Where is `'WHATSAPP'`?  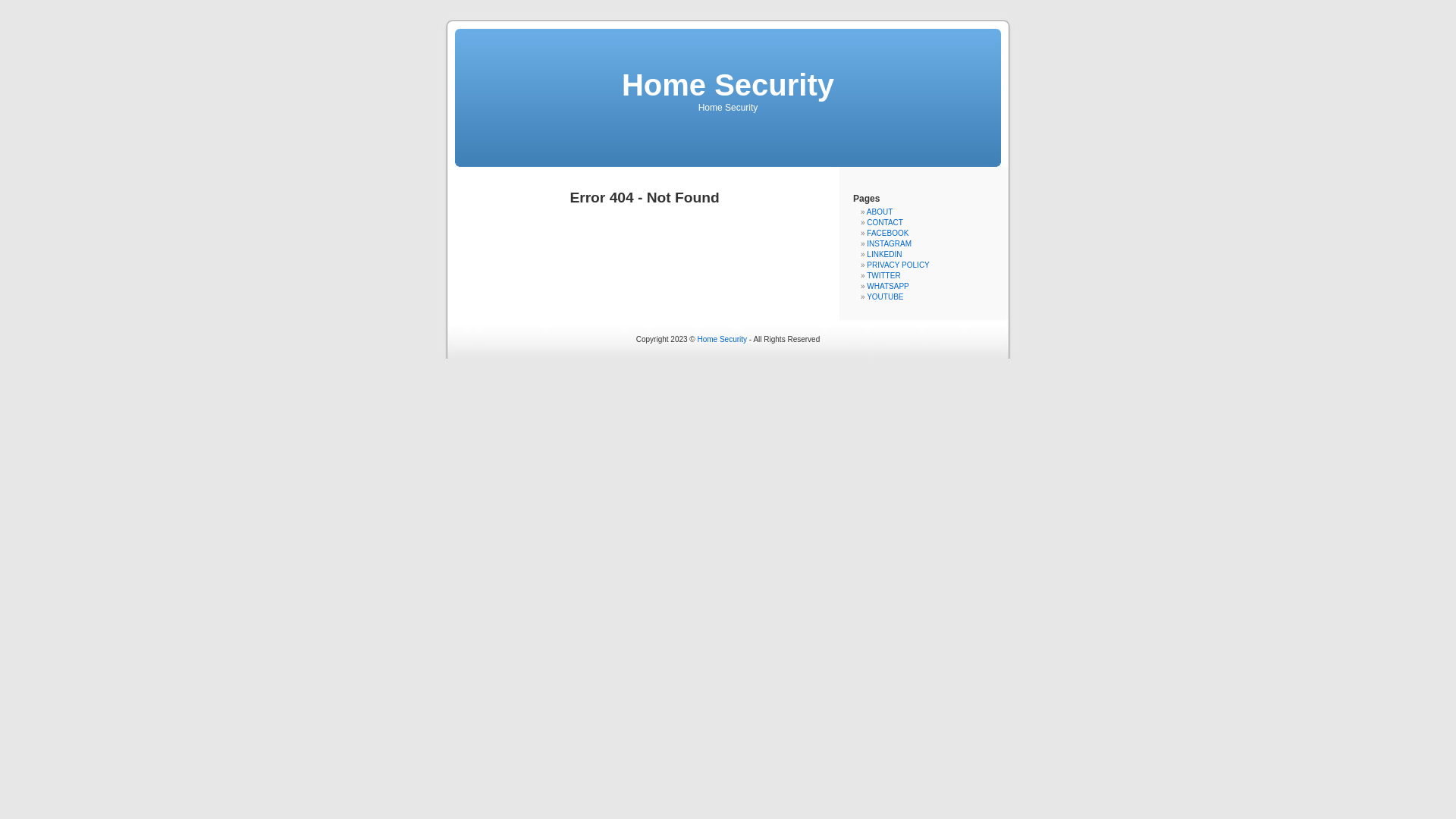 'WHATSAPP' is located at coordinates (866, 286).